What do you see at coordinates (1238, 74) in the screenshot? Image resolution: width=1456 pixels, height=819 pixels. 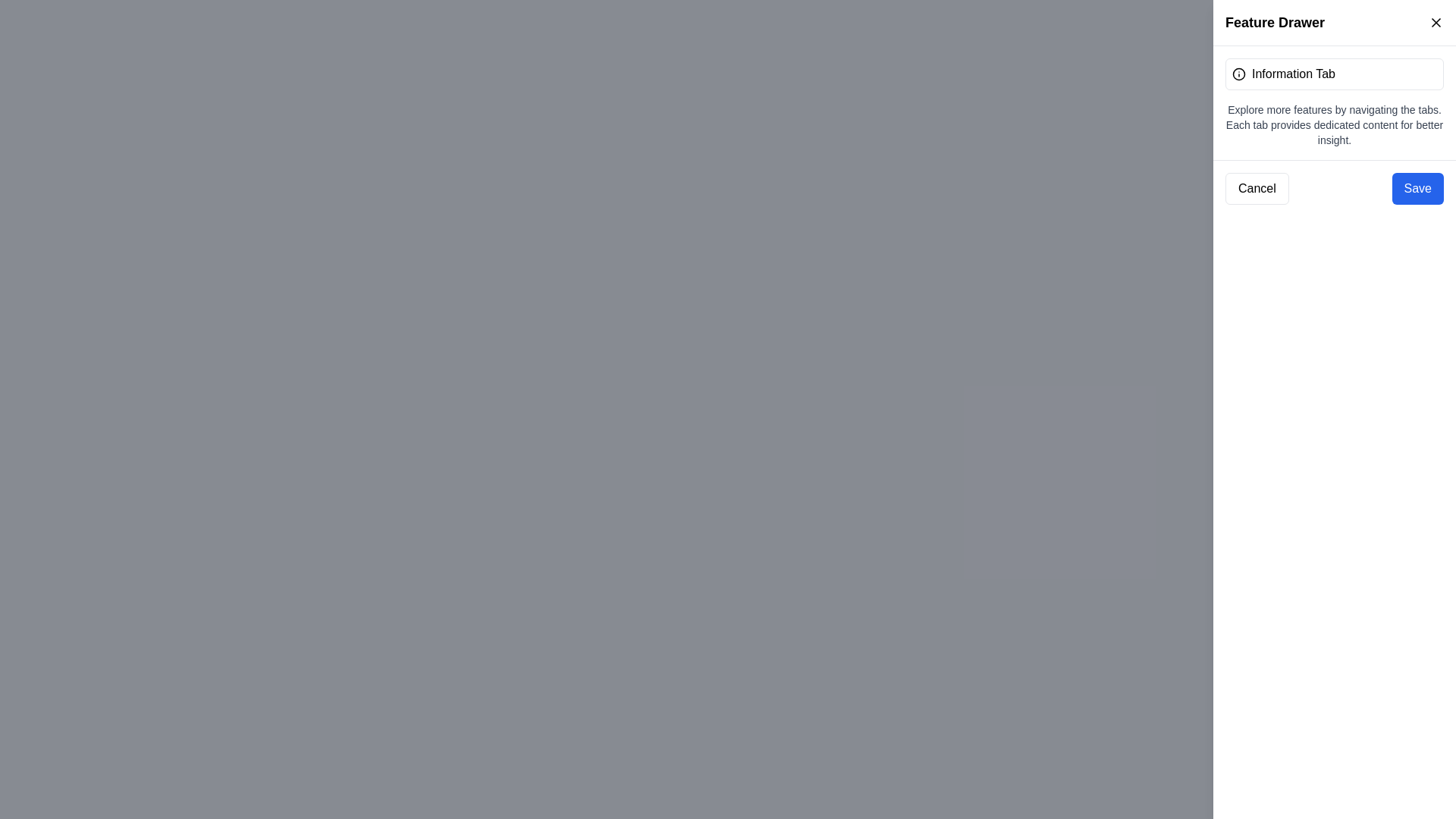 I see `the informational icon represented by an outlined circle with a vertical line and a dot, located in the header of the 'Information Tab' section` at bounding box center [1238, 74].